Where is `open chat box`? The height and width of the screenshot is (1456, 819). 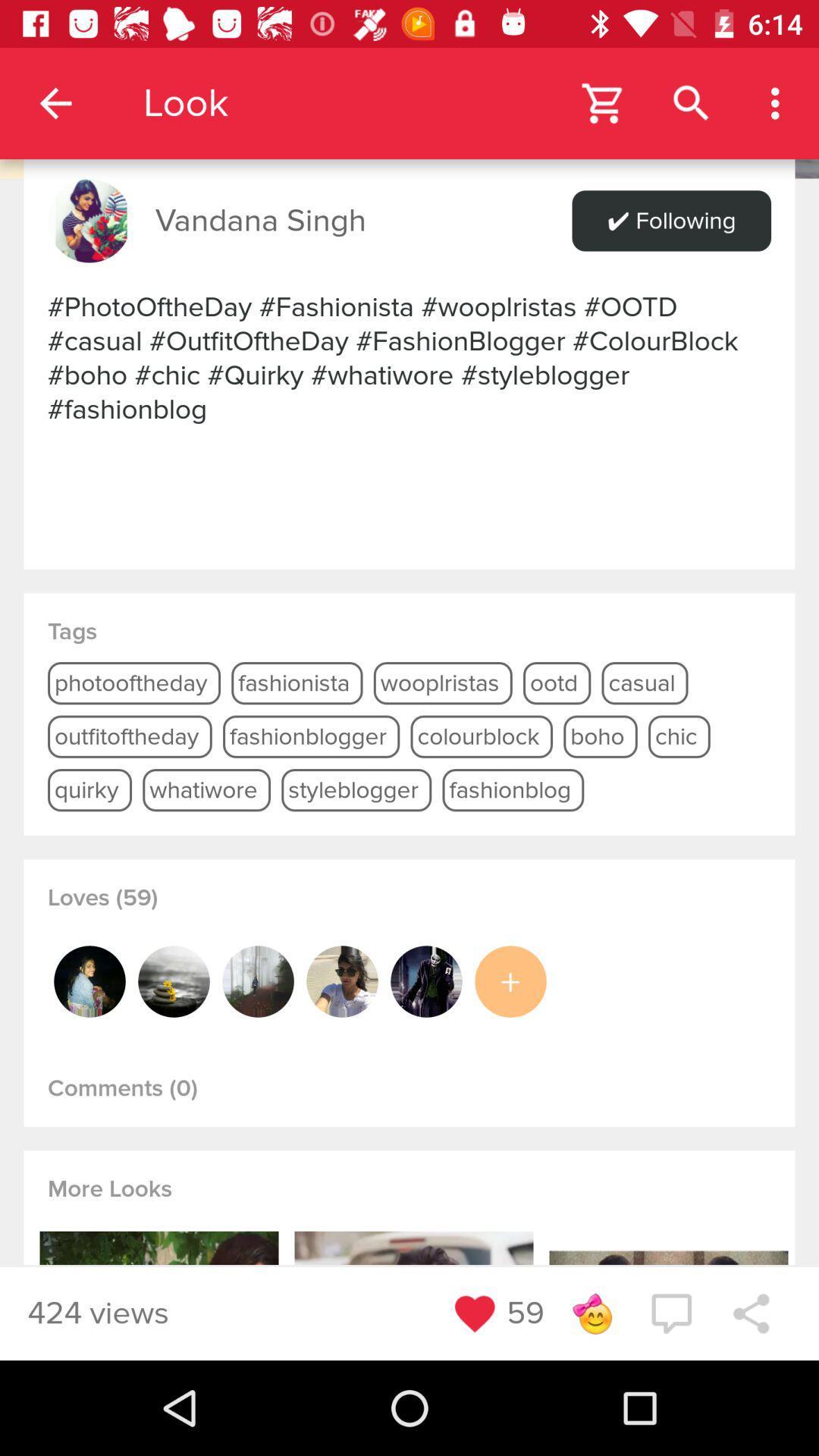
open chat box is located at coordinates (670, 1313).